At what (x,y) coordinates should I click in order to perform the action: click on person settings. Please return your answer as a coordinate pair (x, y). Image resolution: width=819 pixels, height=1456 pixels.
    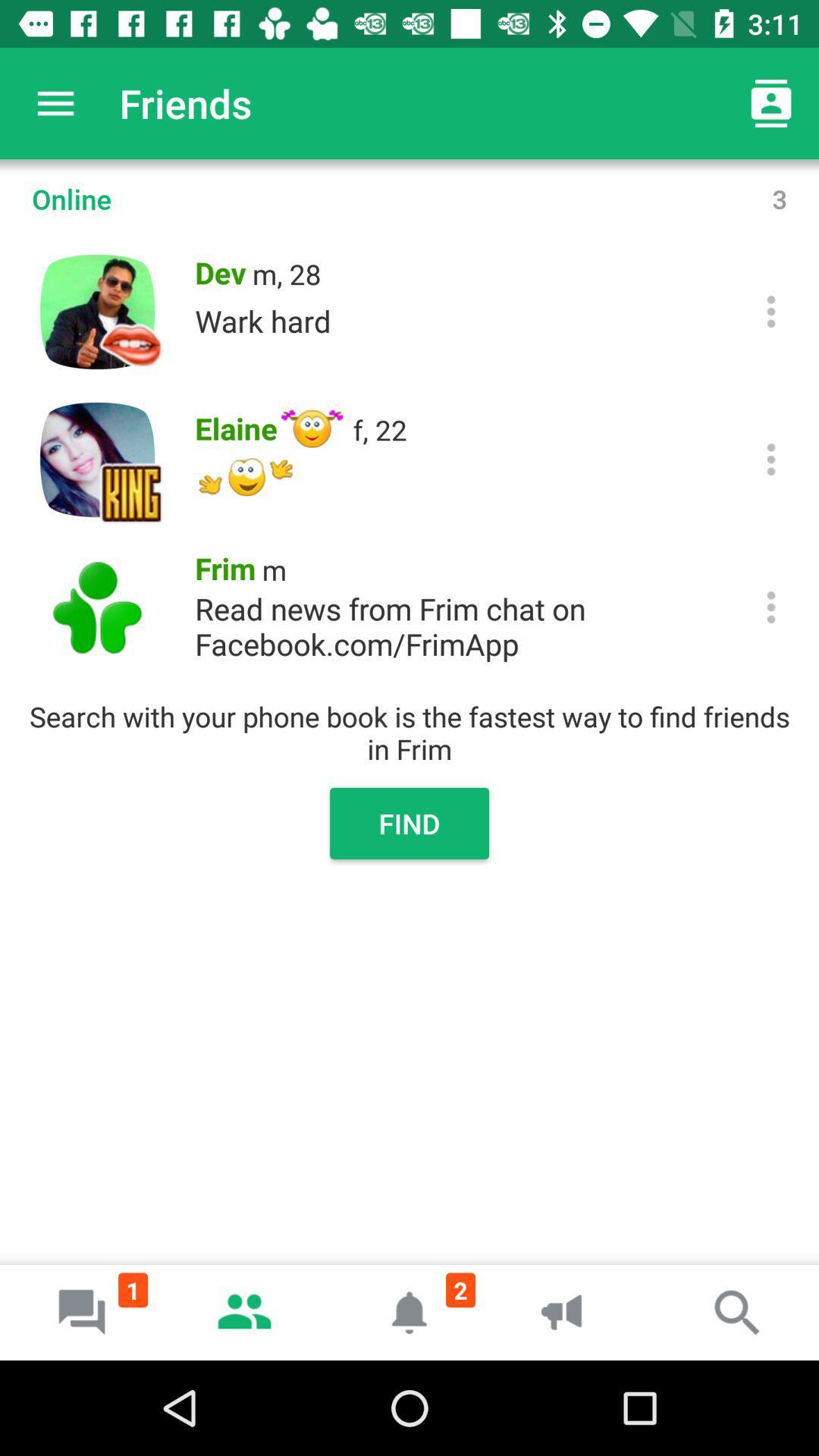
    Looking at the image, I should click on (771, 458).